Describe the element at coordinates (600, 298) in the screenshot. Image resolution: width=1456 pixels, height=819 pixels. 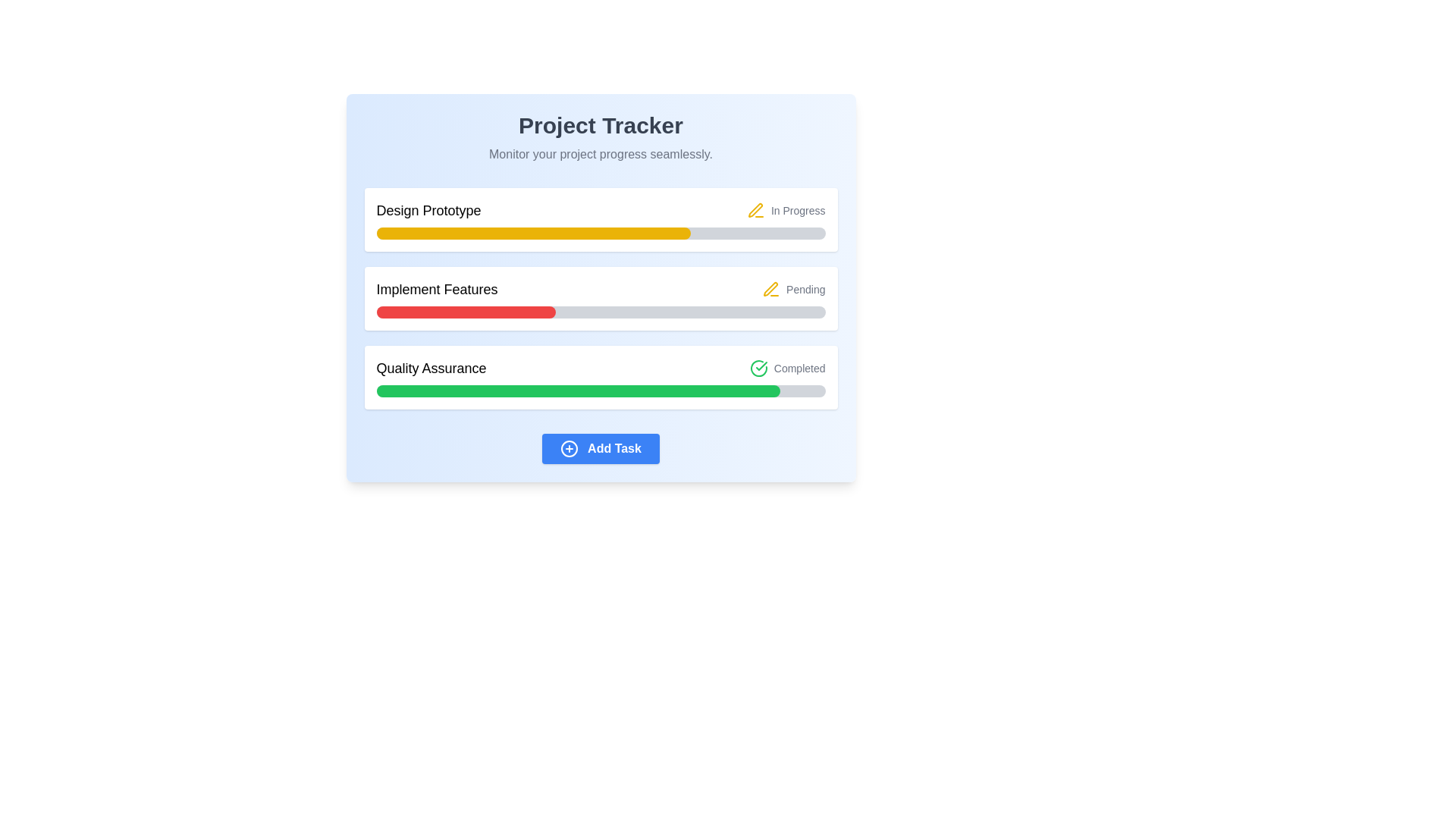
I see `the Progress Card that indicates the progress and status of the 'Implement Features' task, which is the second card in a vertical list` at that location.